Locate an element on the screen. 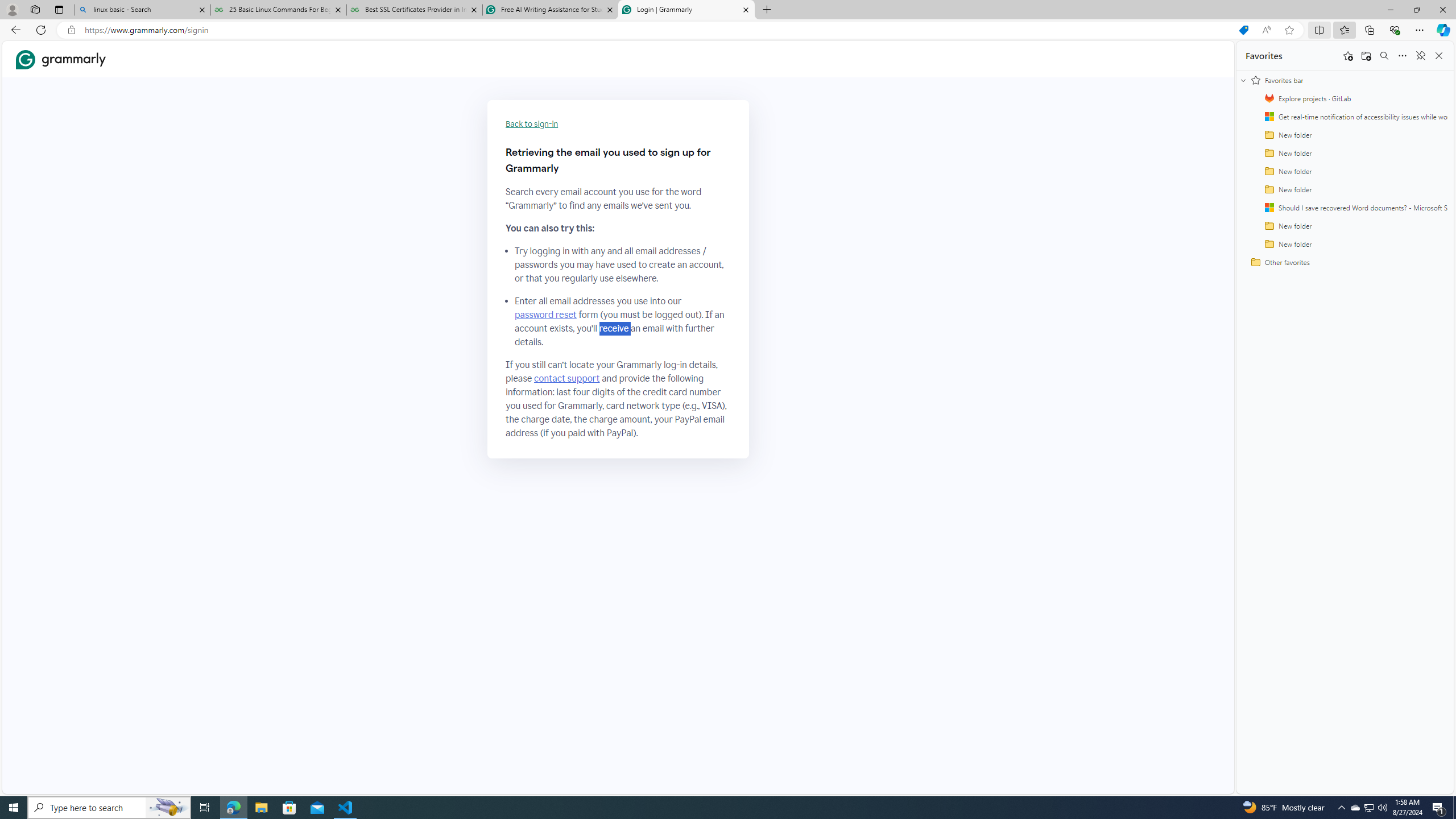 The height and width of the screenshot is (819, 1456). 'Grammarly Home' is located at coordinates (60, 59).